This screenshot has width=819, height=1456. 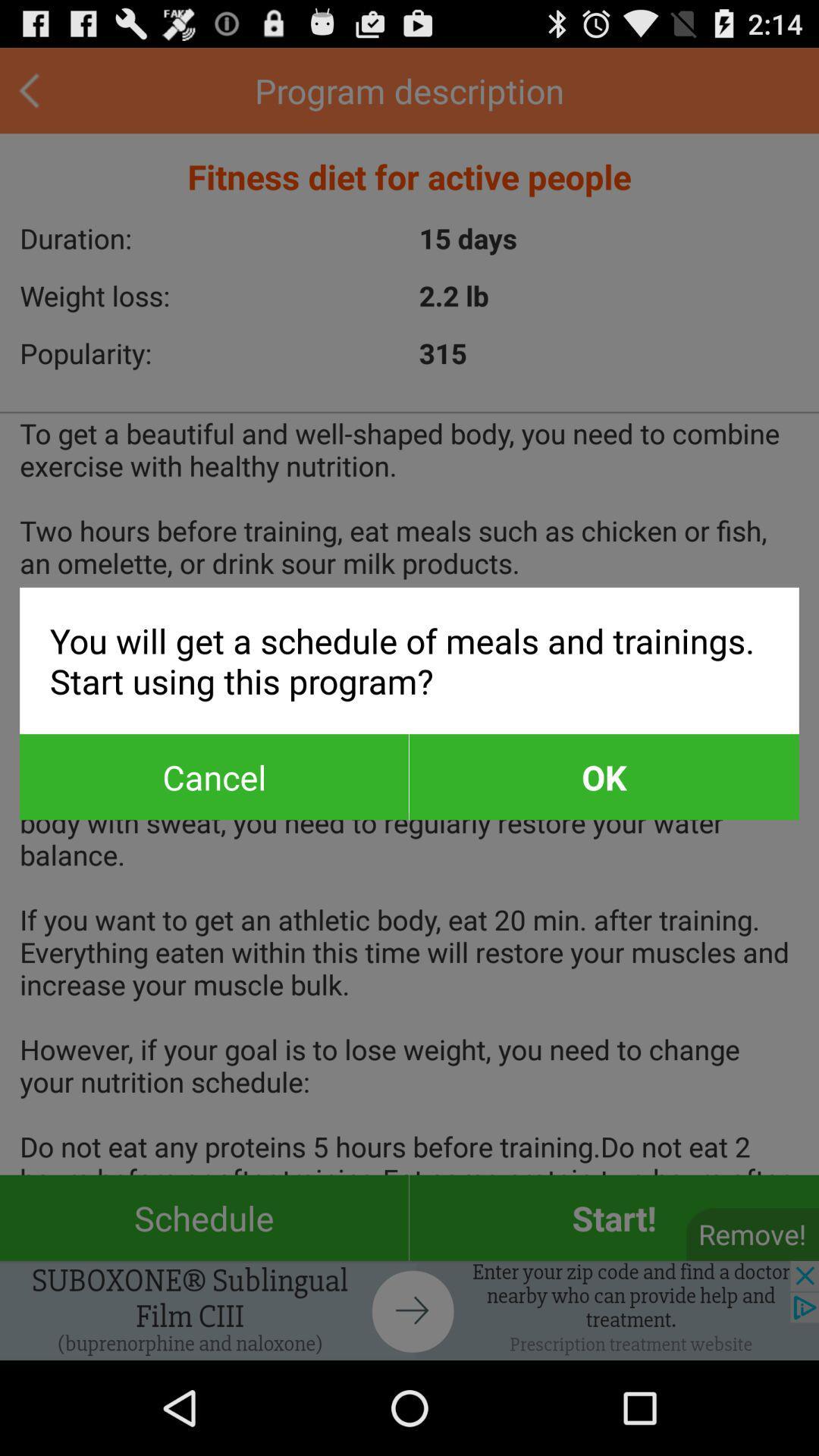 I want to click on the ok on the right, so click(x=603, y=777).